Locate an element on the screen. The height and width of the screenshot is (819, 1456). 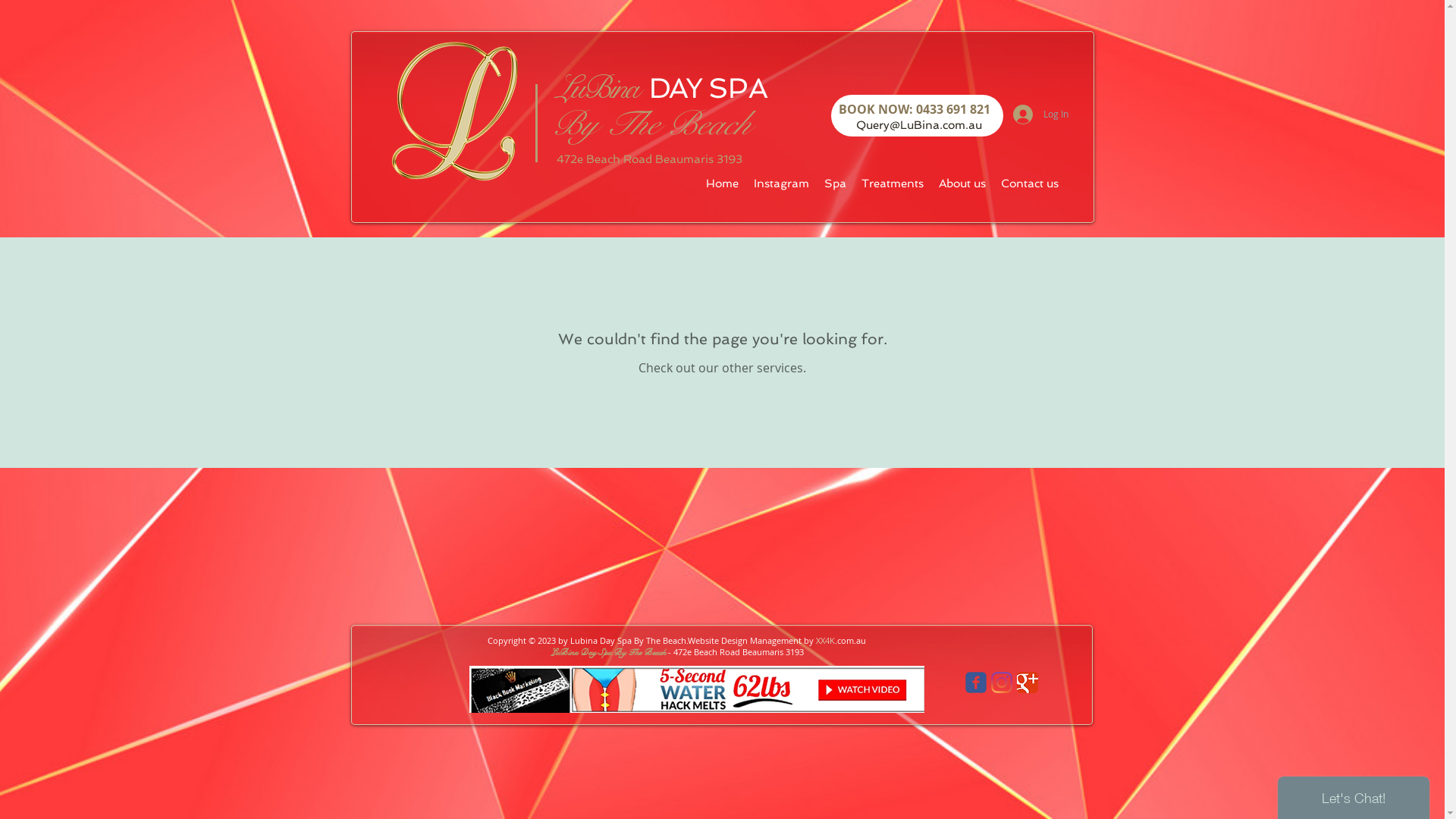
'Treatments' is located at coordinates (892, 183).